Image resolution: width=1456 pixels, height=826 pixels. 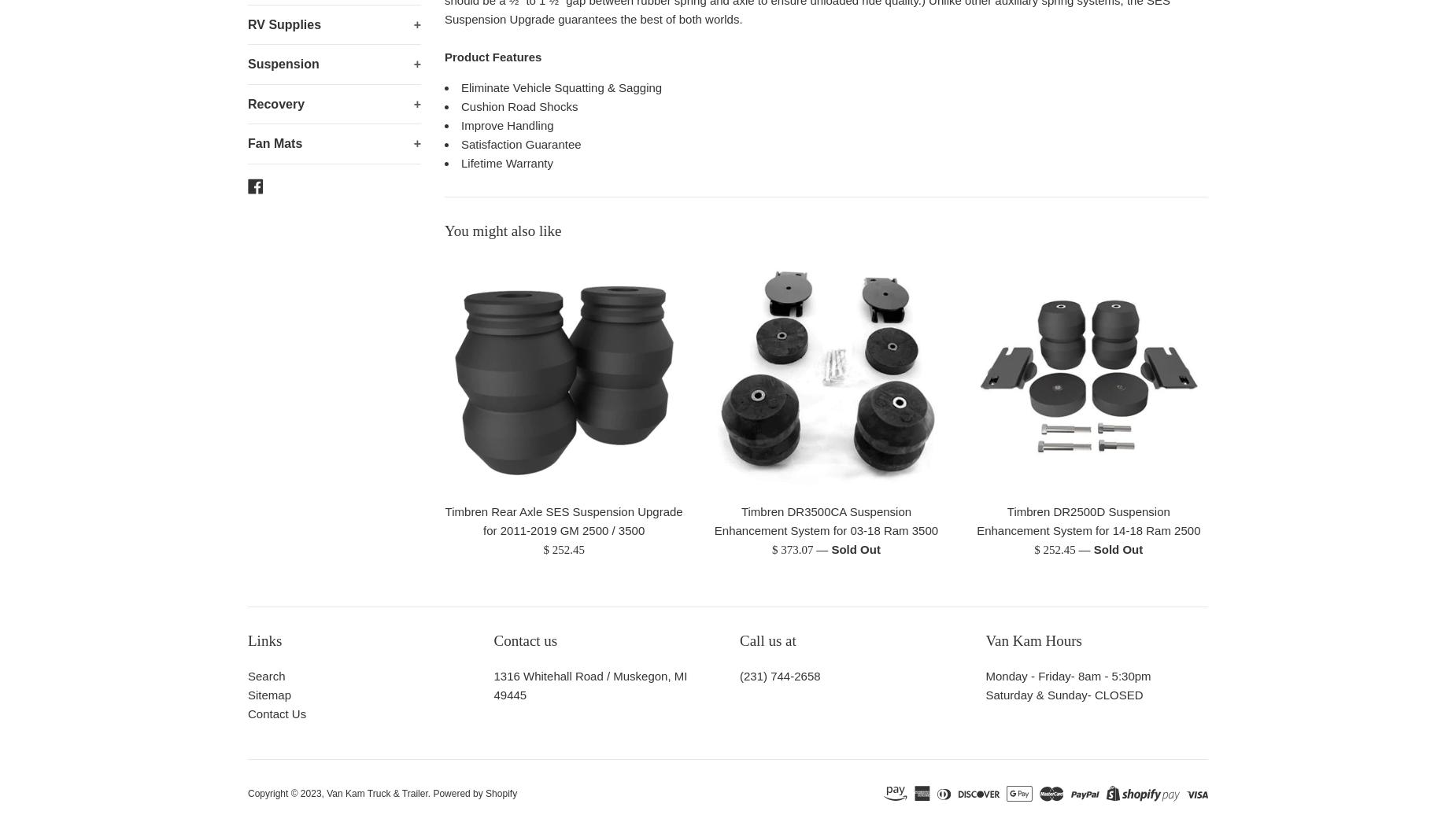 I want to click on '(231) 744-2658', so click(x=779, y=676).